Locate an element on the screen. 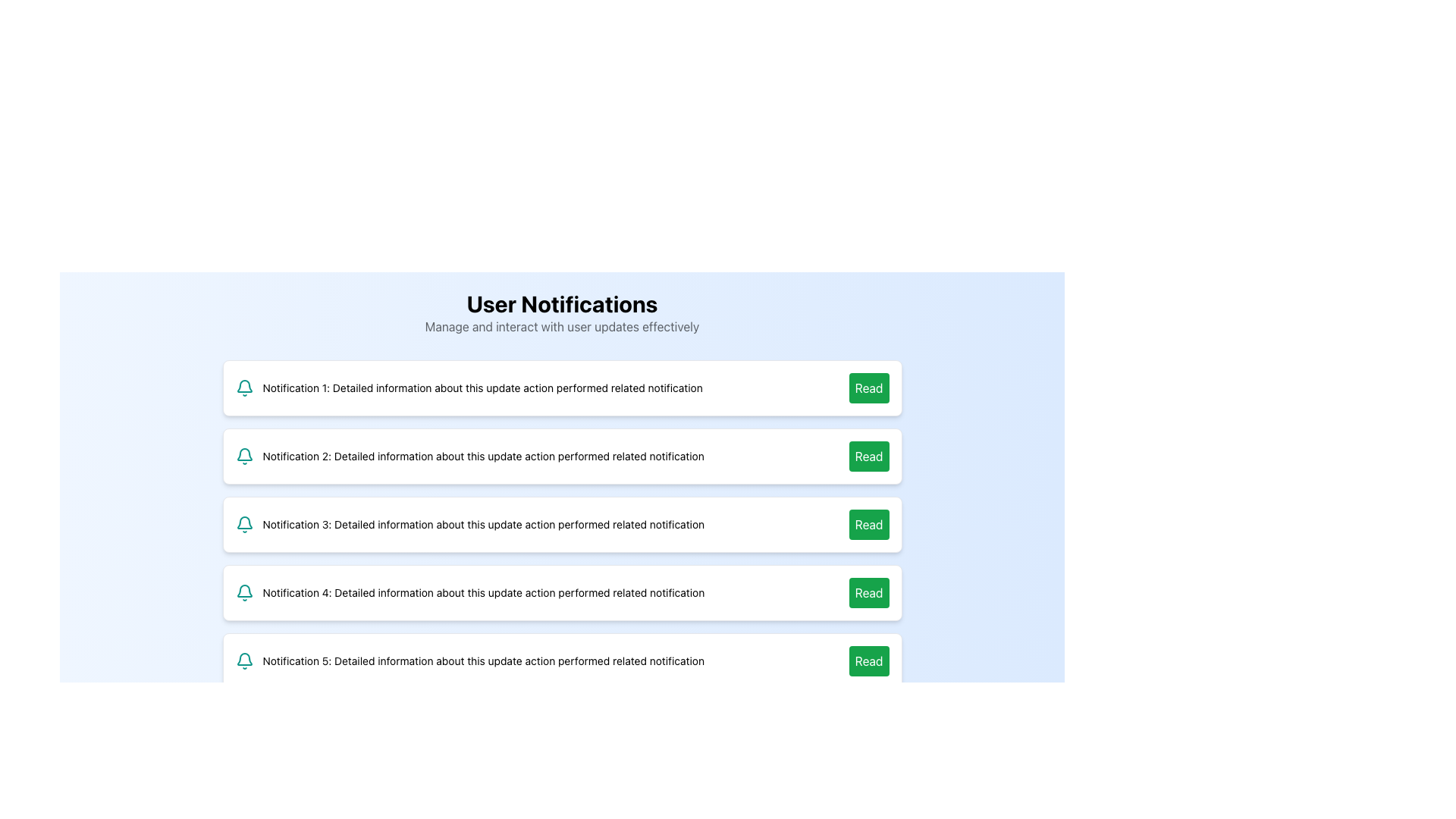 This screenshot has width=1456, height=819. the bell icon located in the notification row titled 'Notification 3', which serves as a visual cue for notifications, alerts, or updates is located at coordinates (244, 523).